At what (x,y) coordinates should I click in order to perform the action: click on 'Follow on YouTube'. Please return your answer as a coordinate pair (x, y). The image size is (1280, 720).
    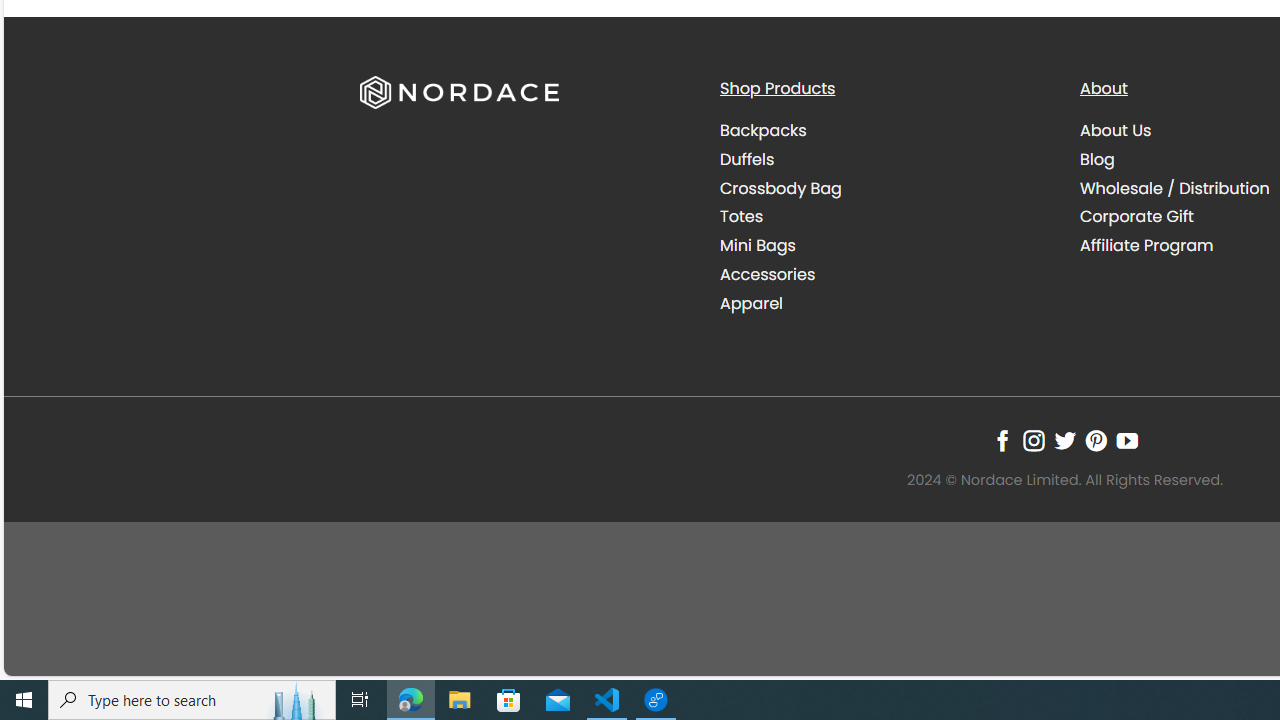
    Looking at the image, I should click on (1127, 440).